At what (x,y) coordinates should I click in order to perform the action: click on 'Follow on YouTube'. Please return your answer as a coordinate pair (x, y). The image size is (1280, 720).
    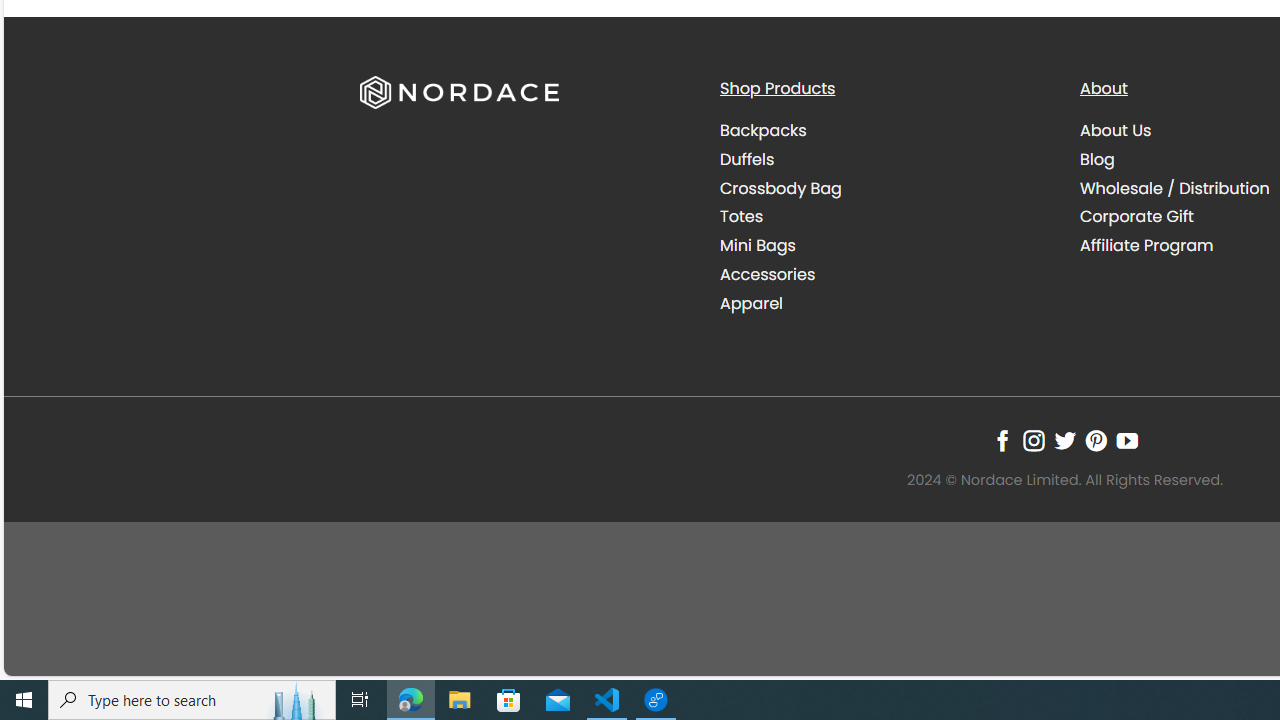
    Looking at the image, I should click on (1127, 440).